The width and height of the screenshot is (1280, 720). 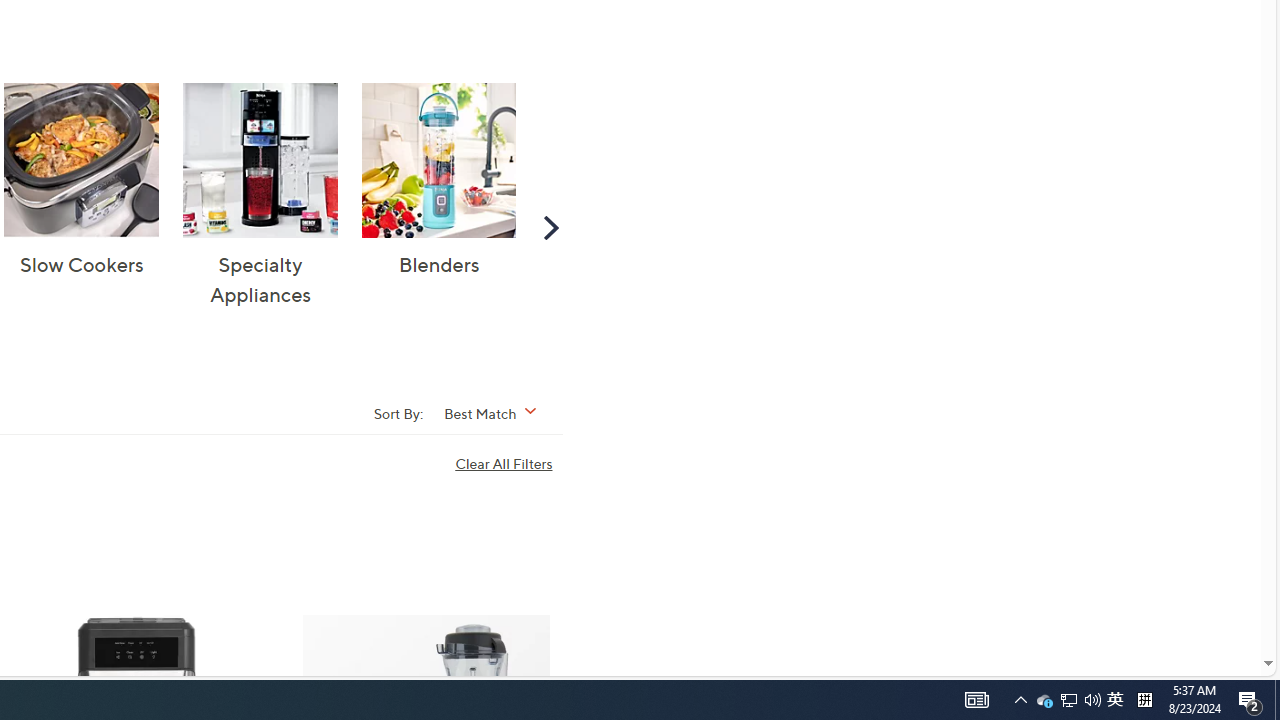 I want to click on 'Blenders', so click(x=438, y=159).